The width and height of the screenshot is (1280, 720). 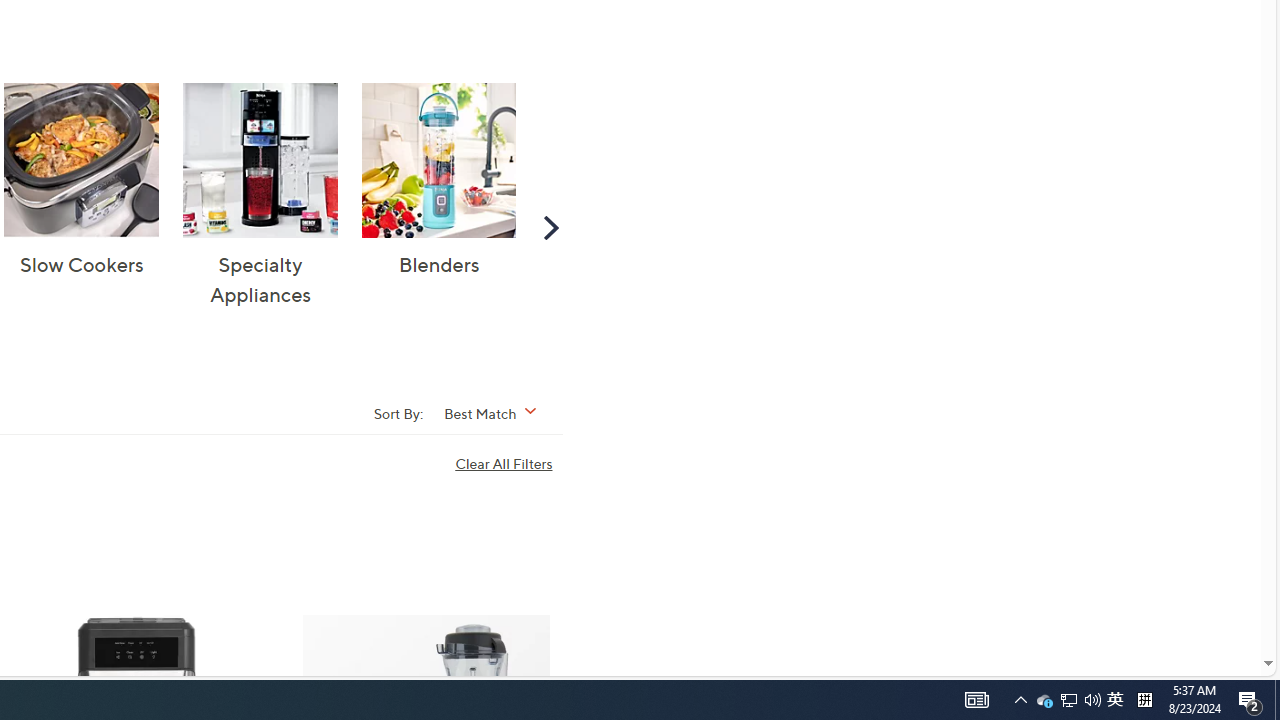 I want to click on 'Blenders', so click(x=438, y=159).